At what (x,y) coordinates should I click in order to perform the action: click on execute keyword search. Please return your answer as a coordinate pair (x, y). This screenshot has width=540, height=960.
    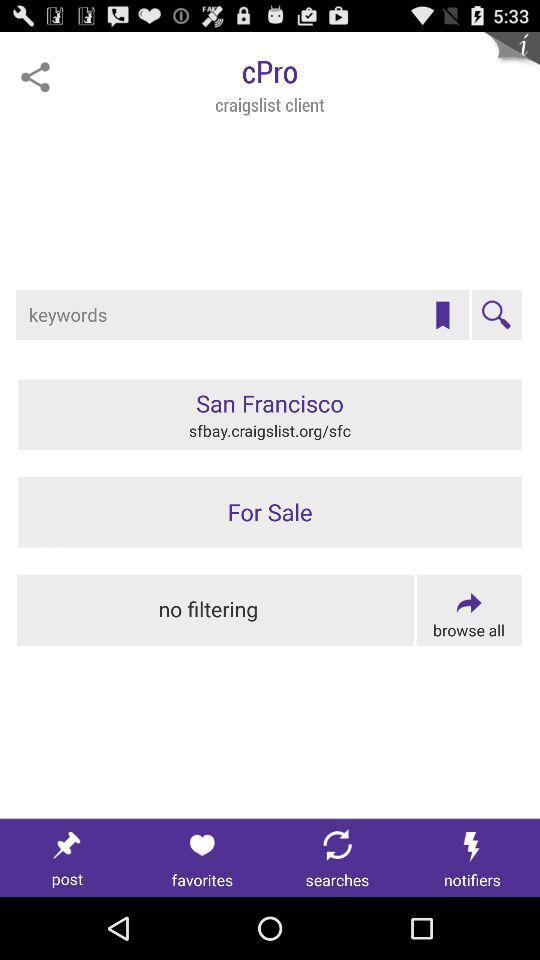
    Looking at the image, I should click on (495, 315).